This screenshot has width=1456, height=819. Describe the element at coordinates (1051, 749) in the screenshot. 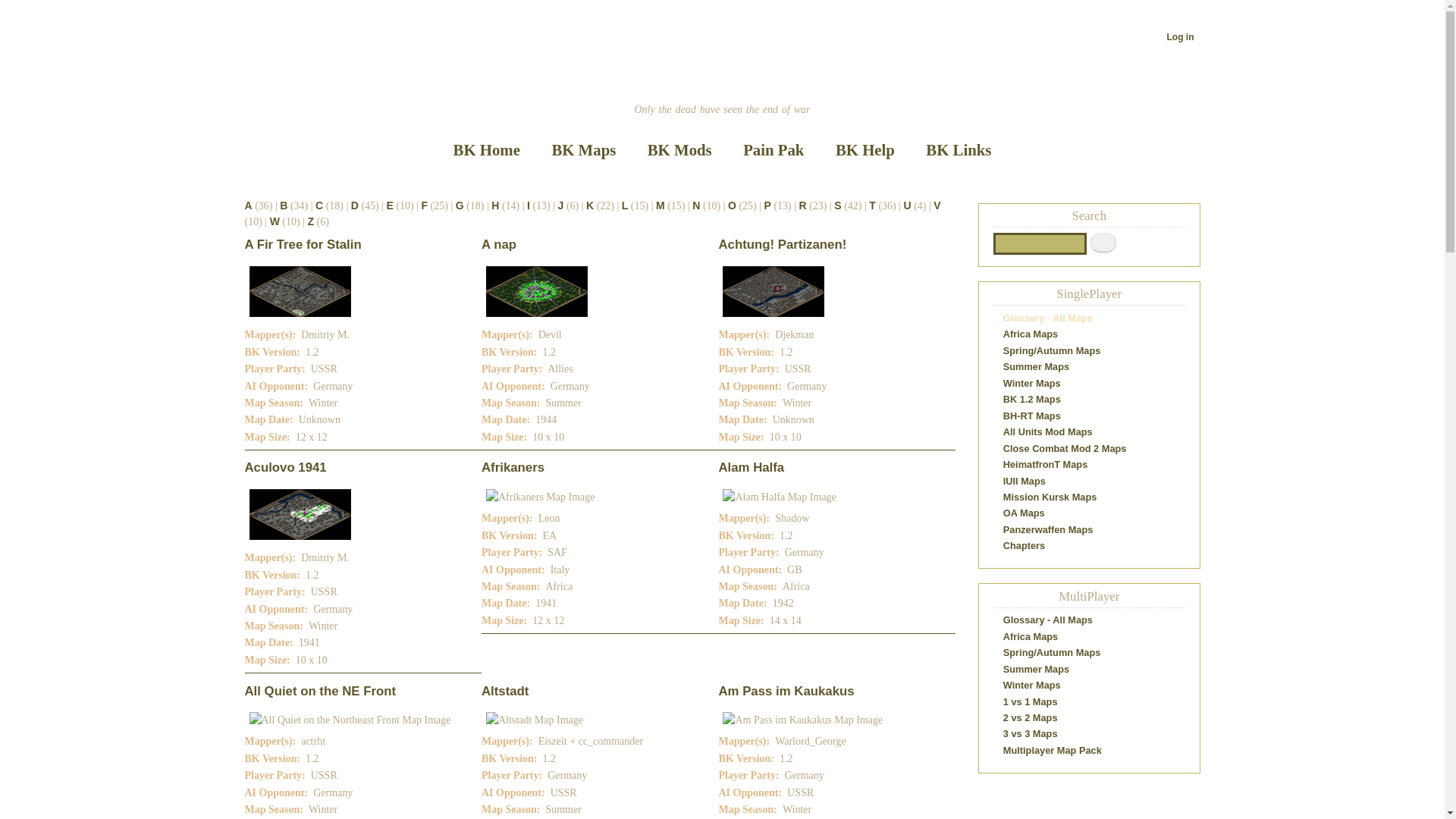

I see `'Multiplayer Map Pack'` at that location.